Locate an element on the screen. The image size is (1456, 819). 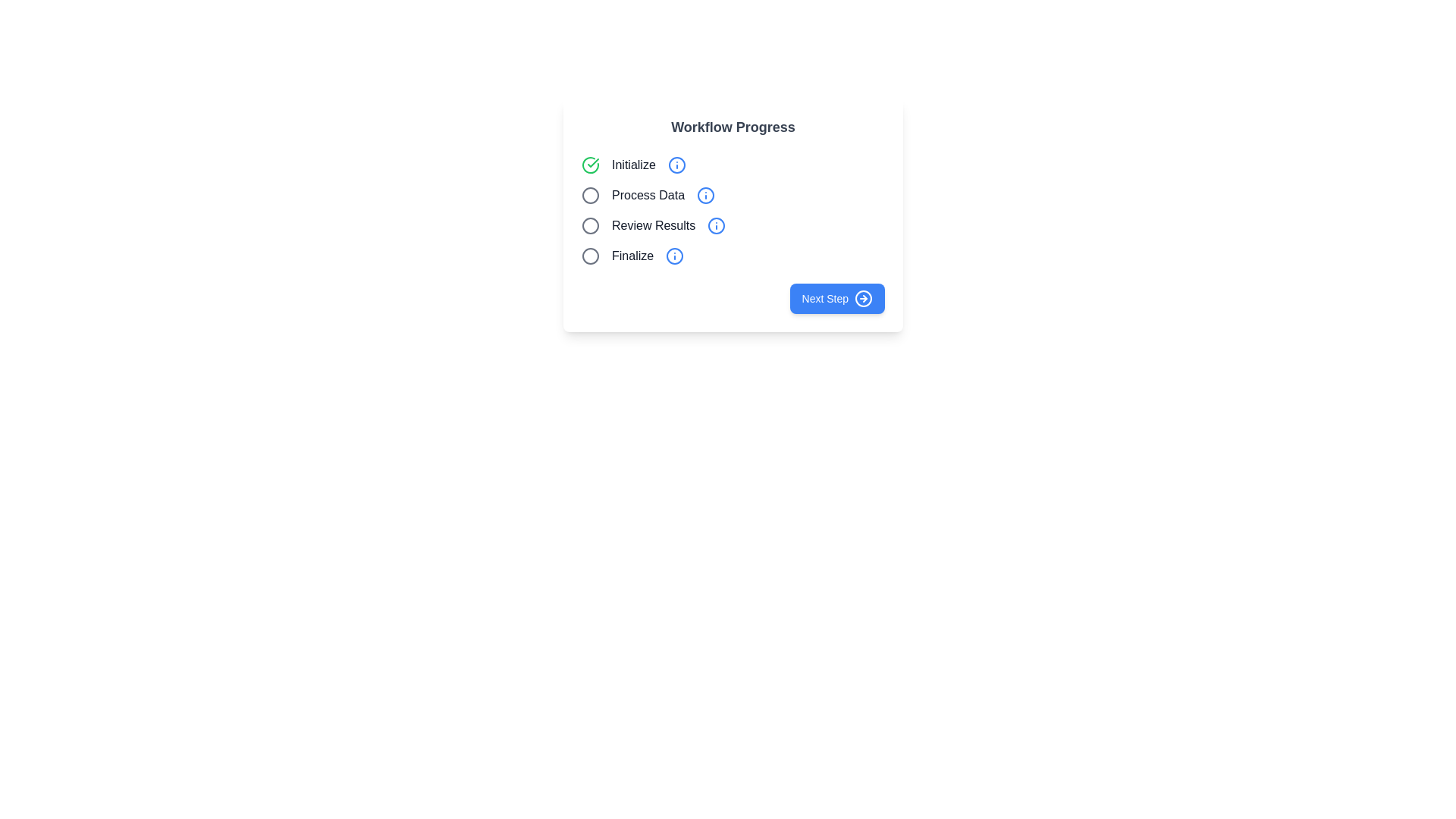
the completion icon located to the far left of the 'Initialize' label in the 'Workflow Progress' section, which visually represents the affirmative status of the task is located at coordinates (592, 163).